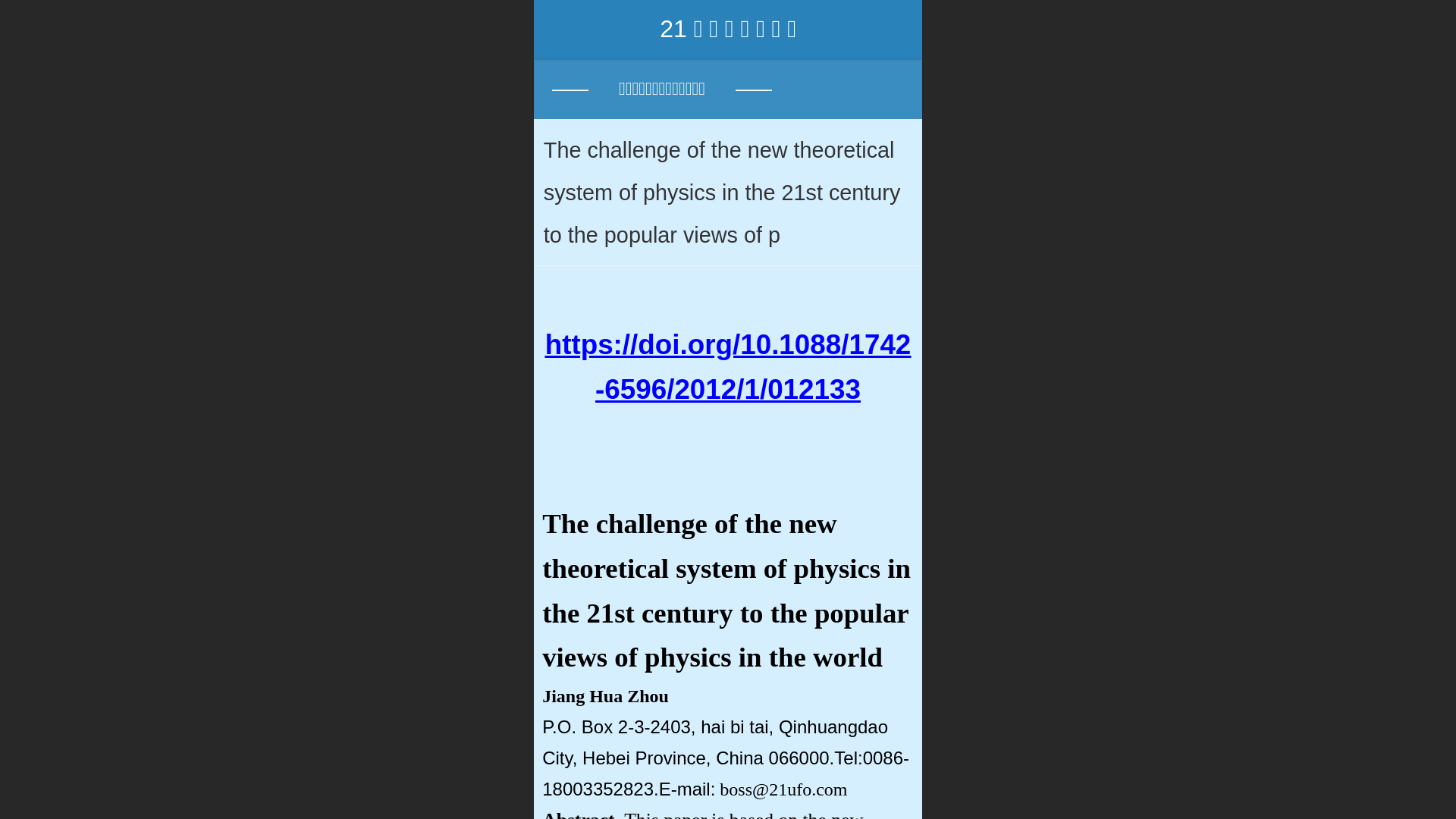  What do you see at coordinates (728, 366) in the screenshot?
I see `'https://doi.org/10.1088/1742-6596/2012/1/012133'` at bounding box center [728, 366].